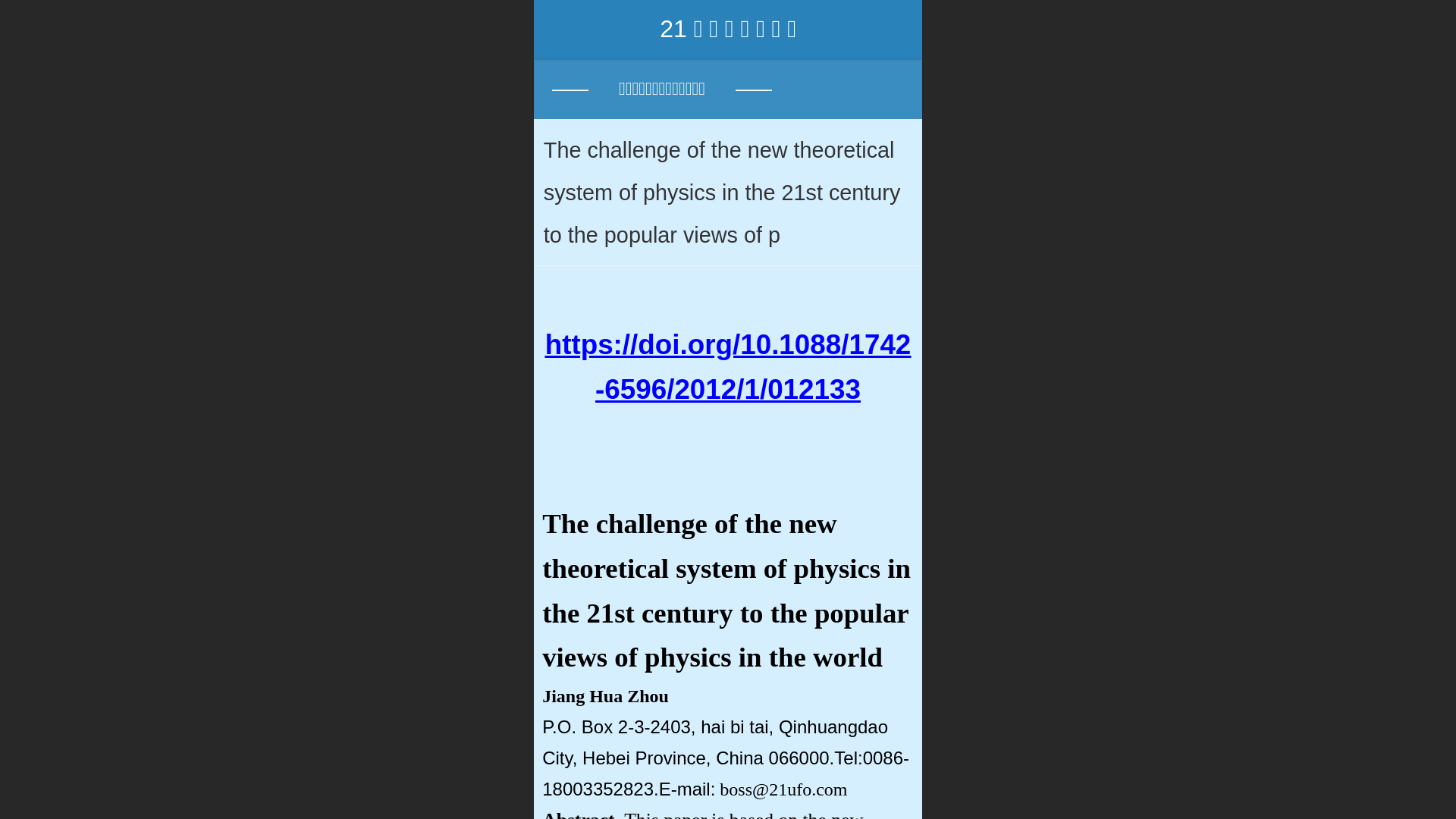  What do you see at coordinates (728, 366) in the screenshot?
I see `'https://doi.org/10.1088/1742-6596/2012/1/012133'` at bounding box center [728, 366].